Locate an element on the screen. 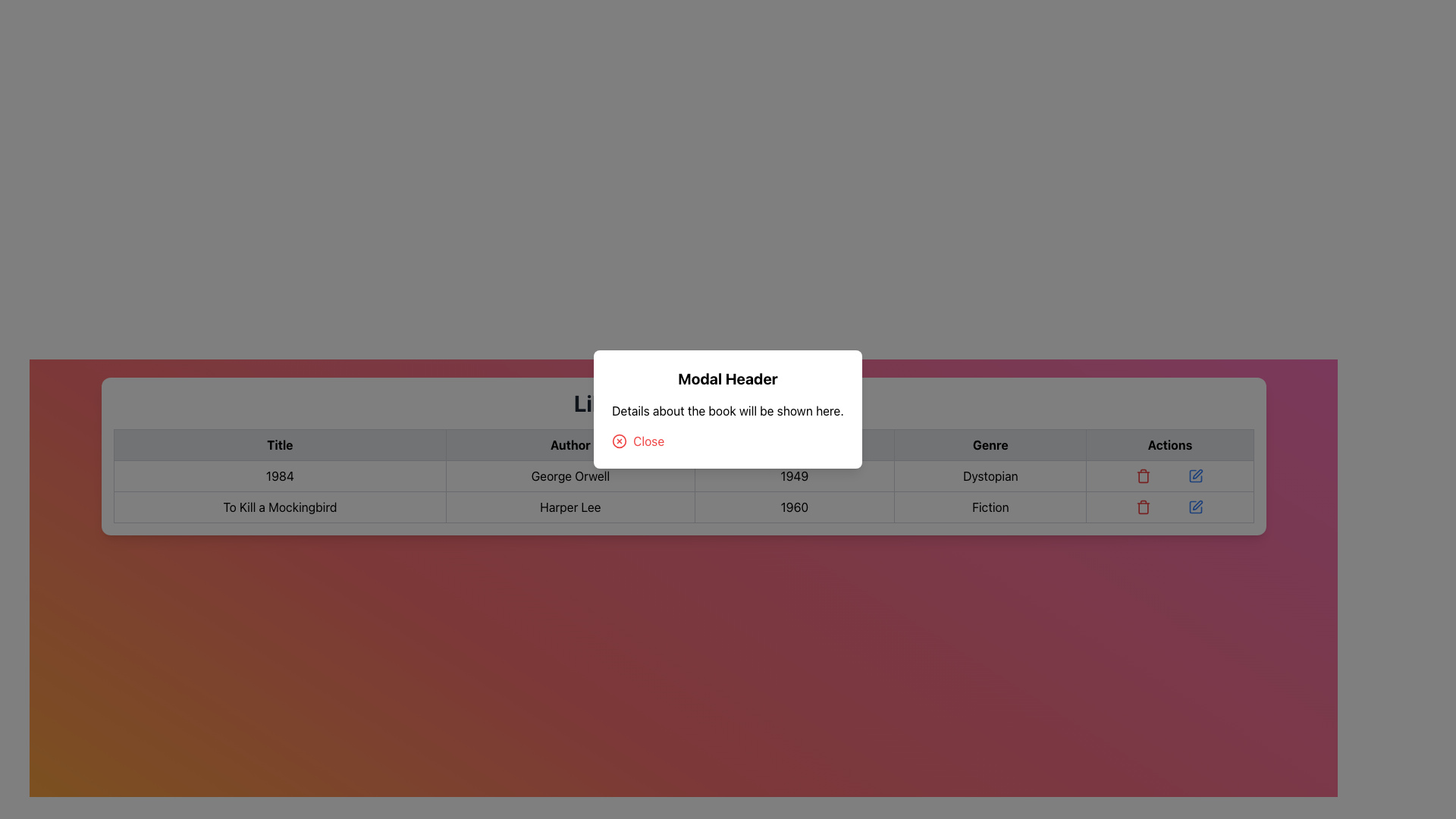  the first column header in the table that indicates the titles of items by moving the cursor to its center point is located at coordinates (280, 444).